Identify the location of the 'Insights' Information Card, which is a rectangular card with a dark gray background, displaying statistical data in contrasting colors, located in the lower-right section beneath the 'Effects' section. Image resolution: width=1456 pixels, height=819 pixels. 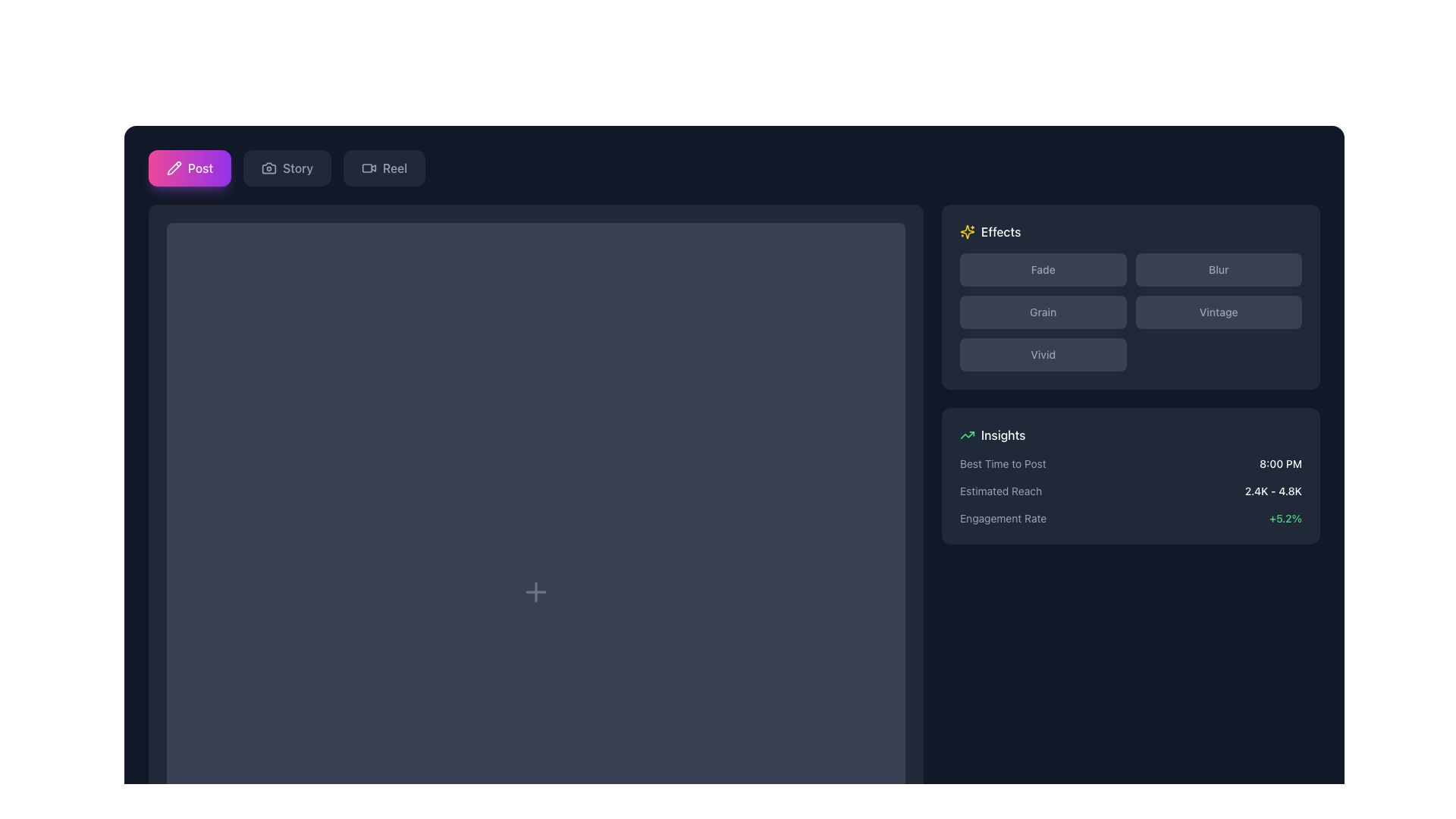
(1131, 475).